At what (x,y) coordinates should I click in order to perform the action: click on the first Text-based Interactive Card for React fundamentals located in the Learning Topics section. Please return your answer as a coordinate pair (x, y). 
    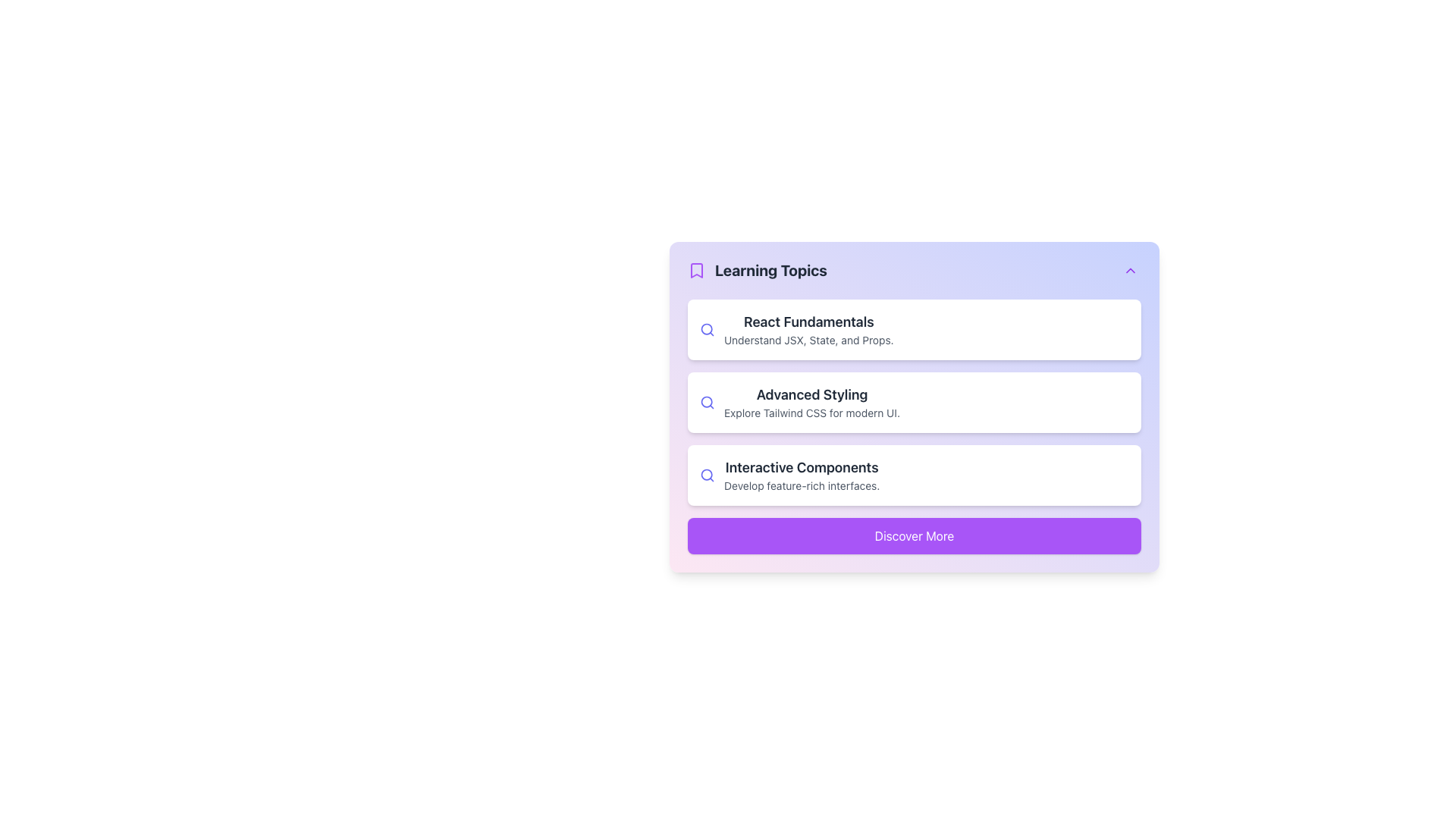
    Looking at the image, I should click on (808, 329).